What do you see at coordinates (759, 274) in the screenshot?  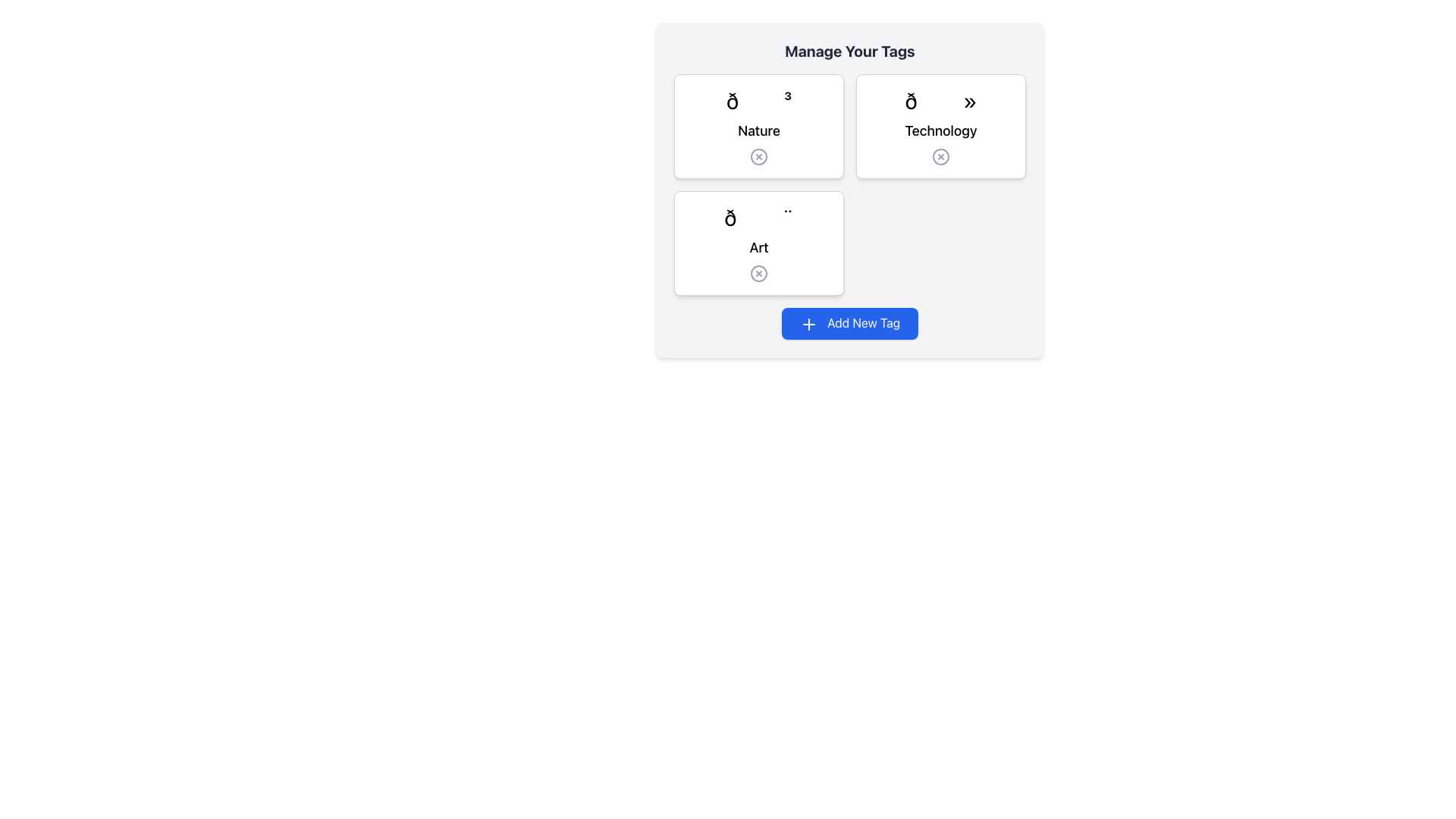 I see `the dismiss/remove icon located at the bottom-center of the 'Art' card` at bounding box center [759, 274].